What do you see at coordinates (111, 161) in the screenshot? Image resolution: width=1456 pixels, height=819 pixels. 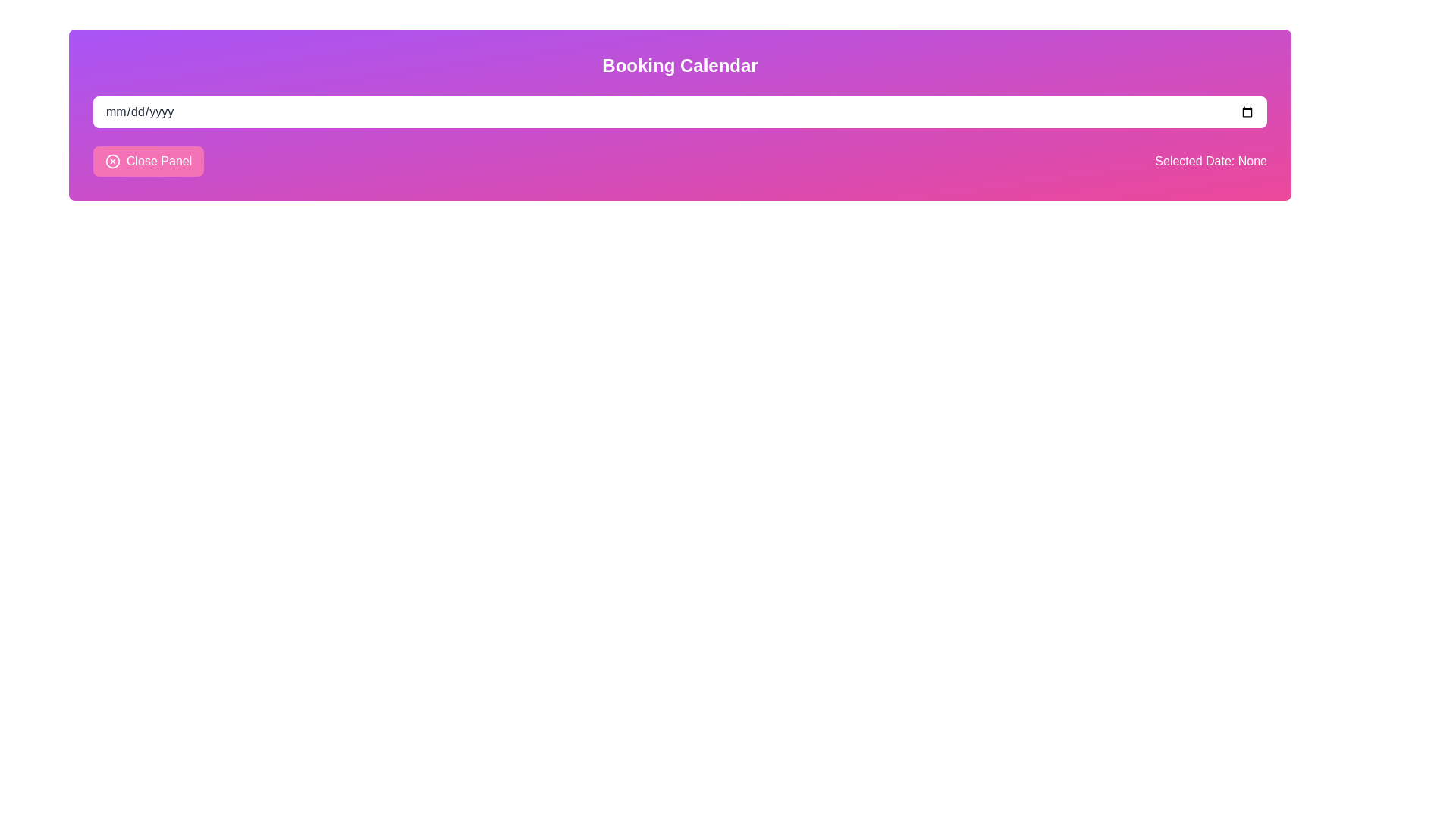 I see `the decorative icon embedded within the 'Close Panel' button located near the bottom left corner of the UI` at bounding box center [111, 161].